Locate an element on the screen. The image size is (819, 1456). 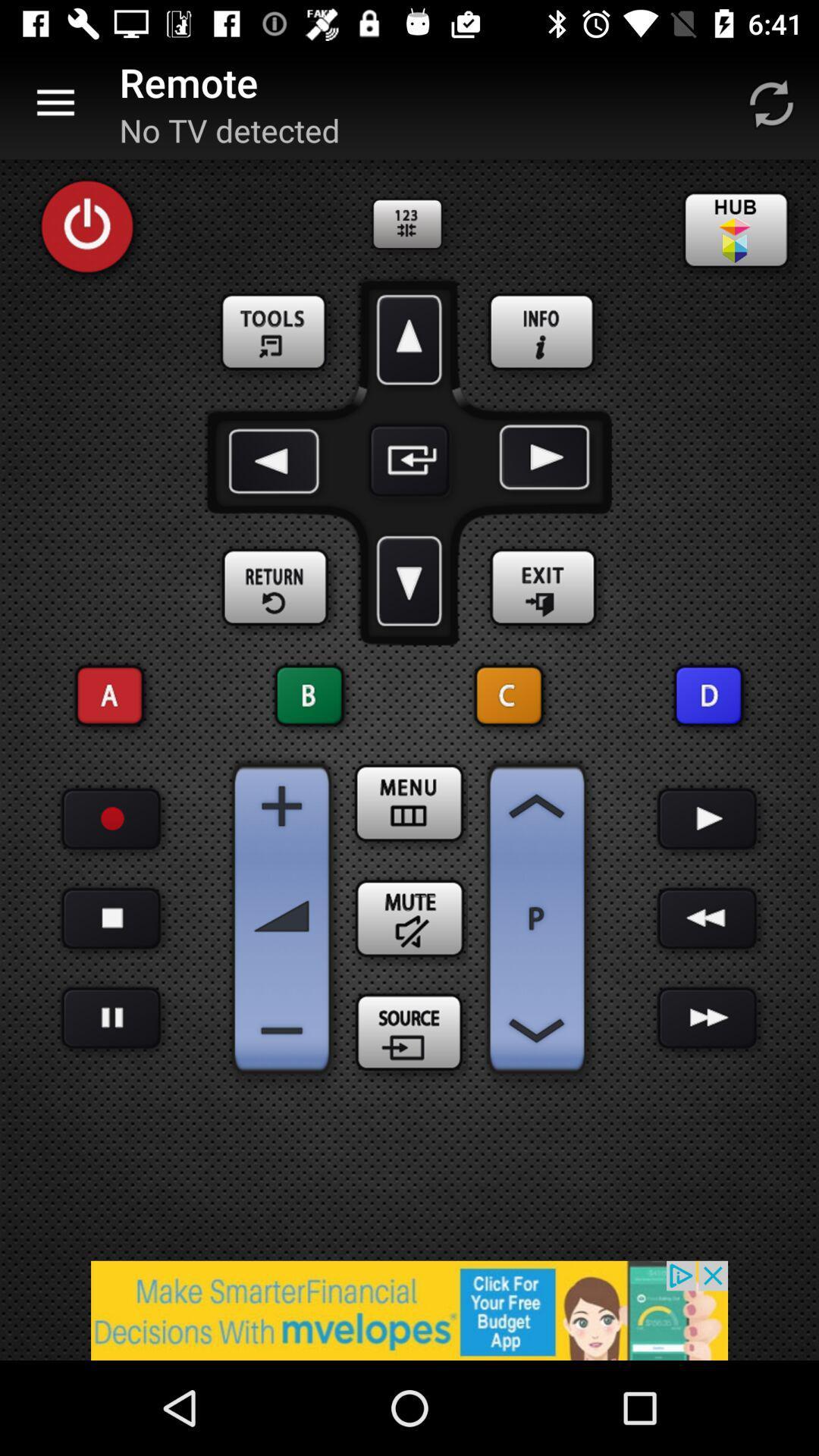
open advertisement is located at coordinates (409, 1310).